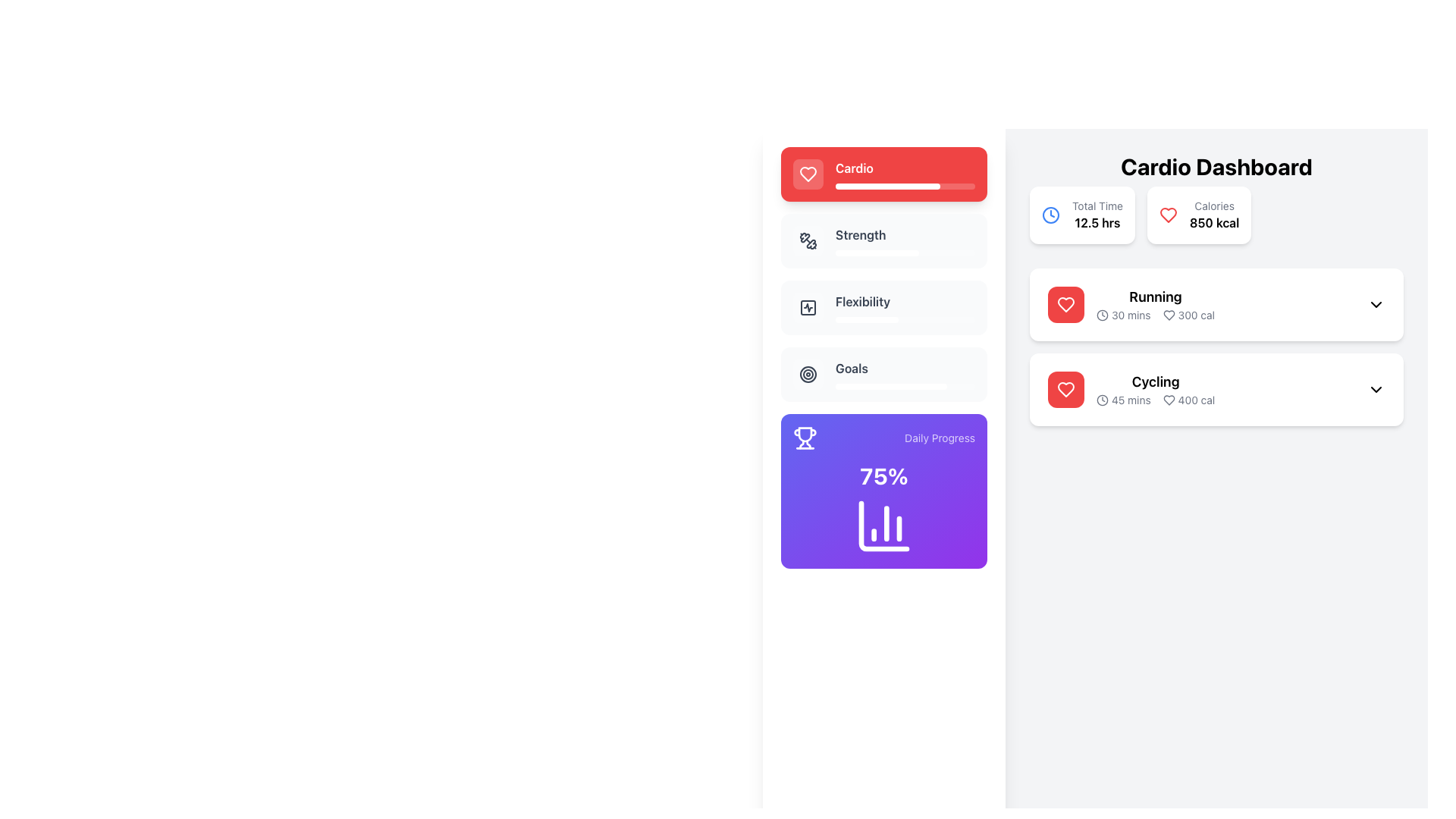 Image resolution: width=1456 pixels, height=819 pixels. What do you see at coordinates (905, 186) in the screenshot?
I see `the non-interactive progress bar located directly beneath the 'Cardio' label and icon, which indicates a 75% completion status and is styled with a red background` at bounding box center [905, 186].